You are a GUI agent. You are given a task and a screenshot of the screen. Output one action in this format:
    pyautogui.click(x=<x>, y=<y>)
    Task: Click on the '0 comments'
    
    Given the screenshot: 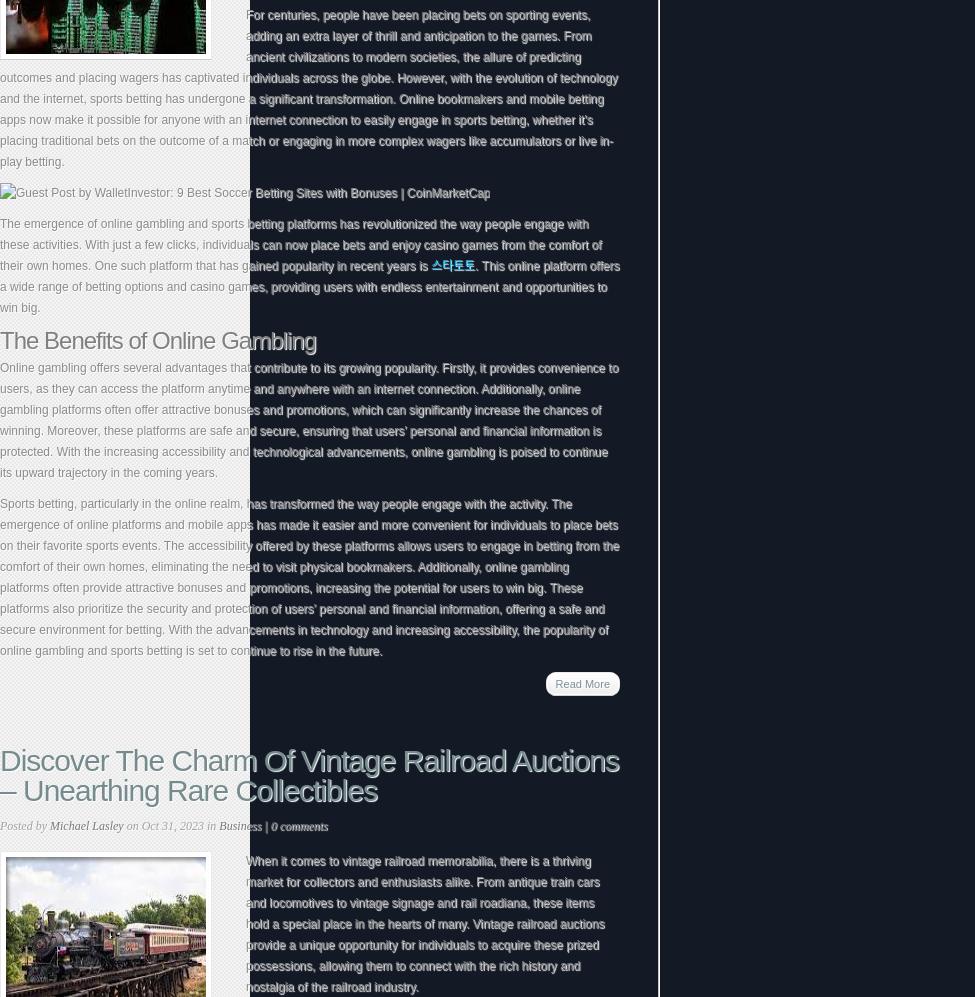 What is the action you would take?
    pyautogui.click(x=269, y=826)
    